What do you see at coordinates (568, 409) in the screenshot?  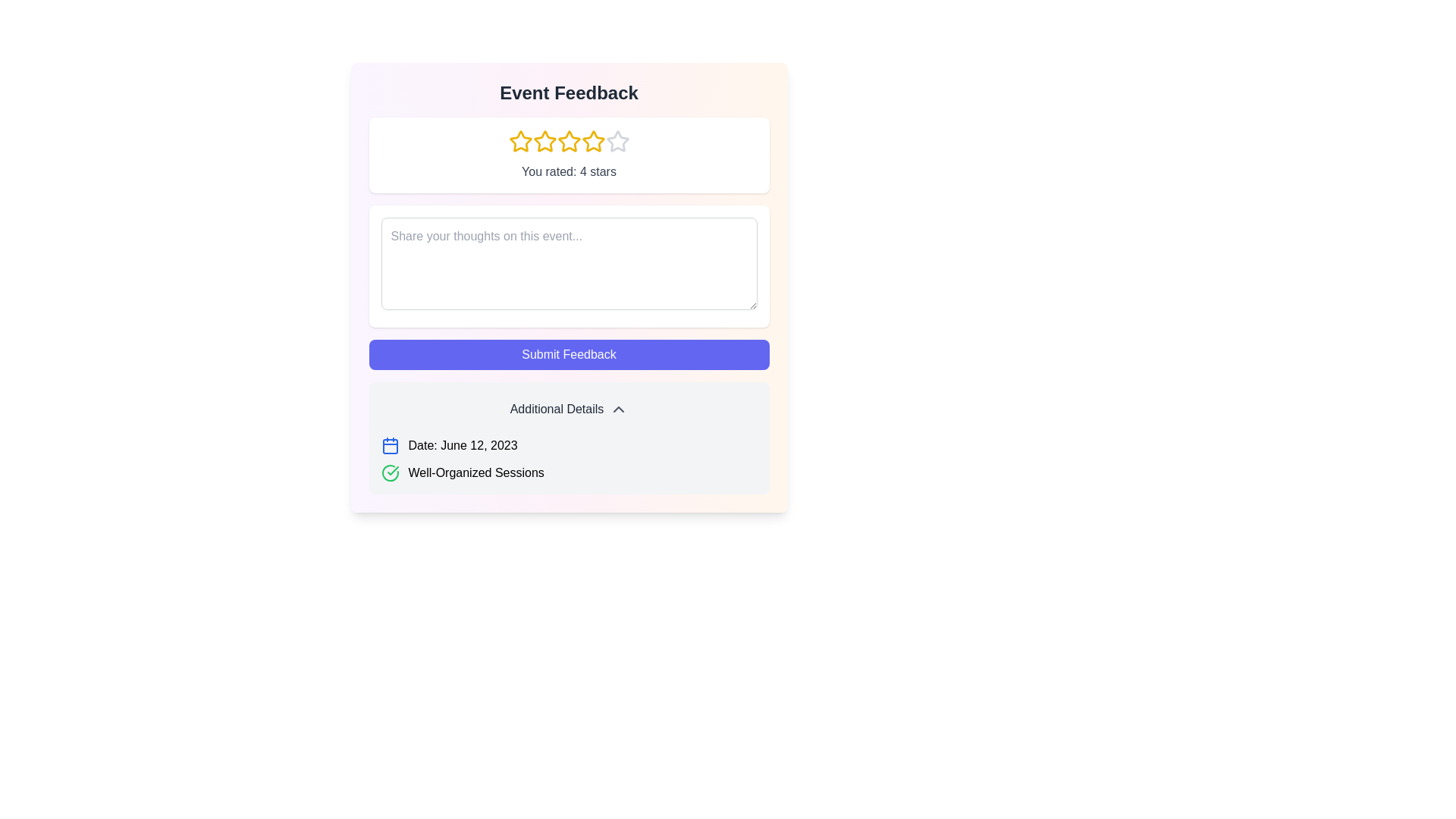 I see `the collapsible section header button located at the bottom of the 'Event Feedback' panel, just above the details labeled 'Date: June 12, 2023'` at bounding box center [568, 409].